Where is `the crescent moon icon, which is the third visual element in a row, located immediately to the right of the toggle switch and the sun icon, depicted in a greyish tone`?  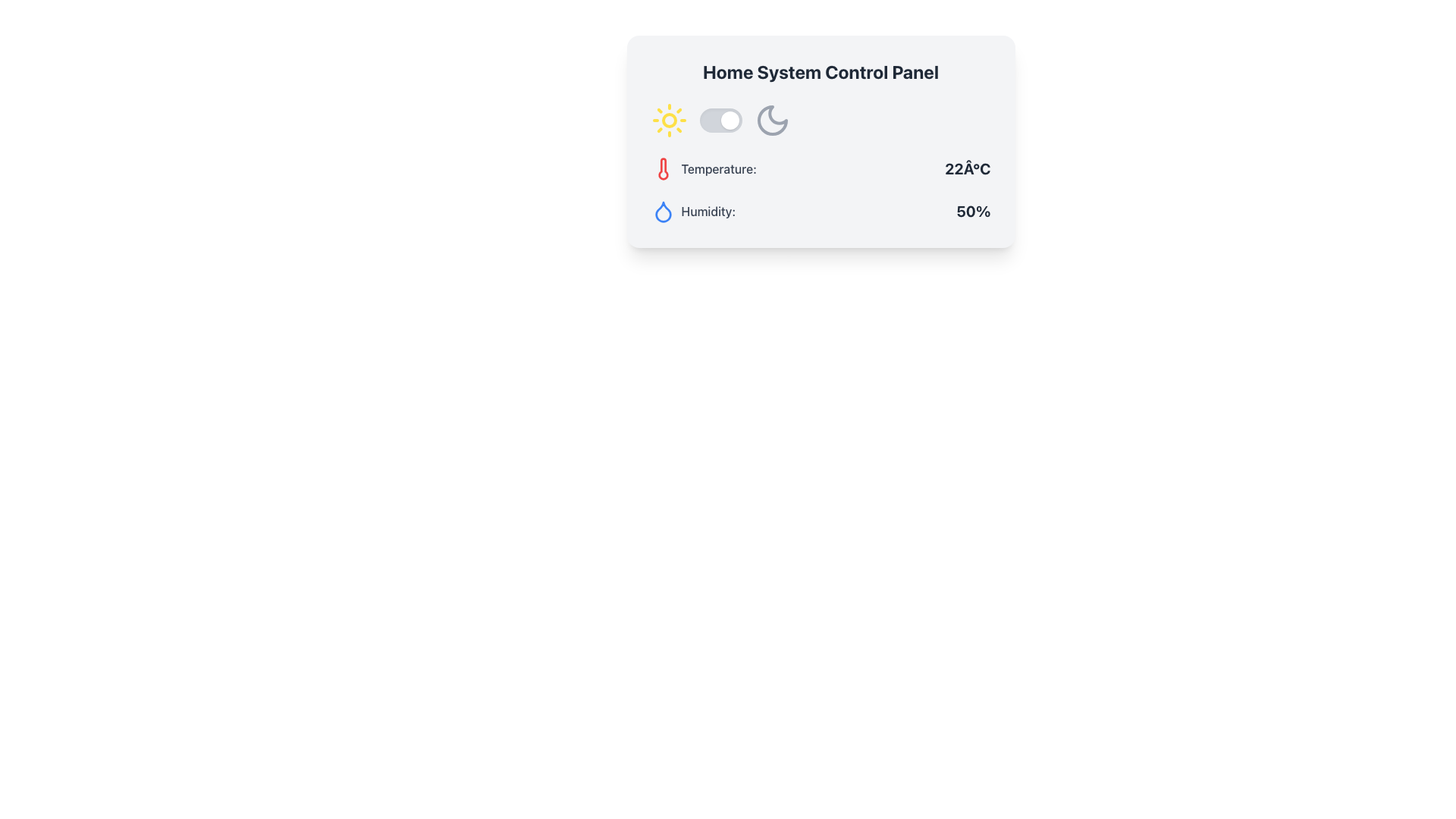
the crescent moon icon, which is the third visual element in a row, located immediately to the right of the toggle switch and the sun icon, depicted in a greyish tone is located at coordinates (772, 119).